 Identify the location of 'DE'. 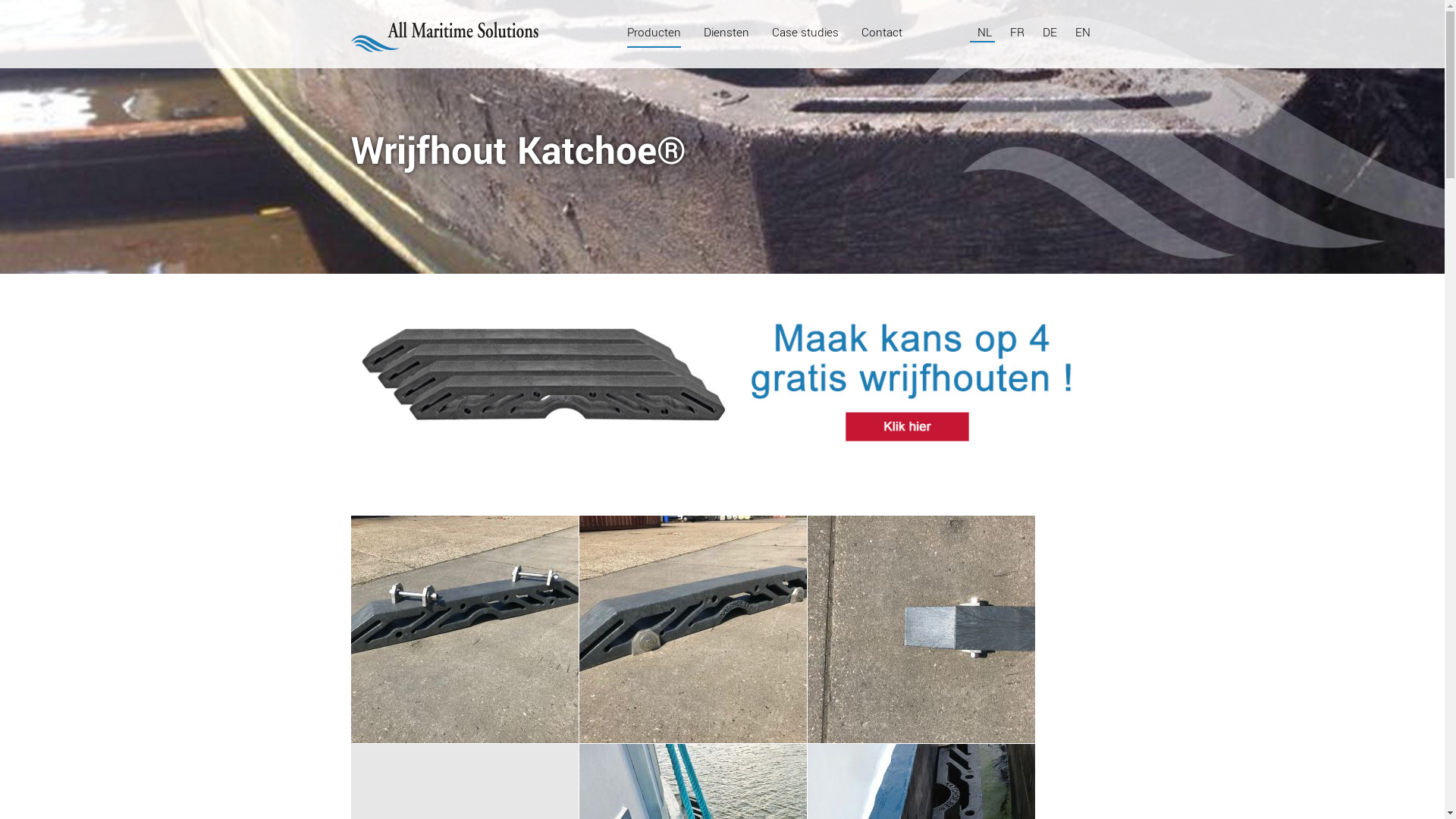
(1050, 32).